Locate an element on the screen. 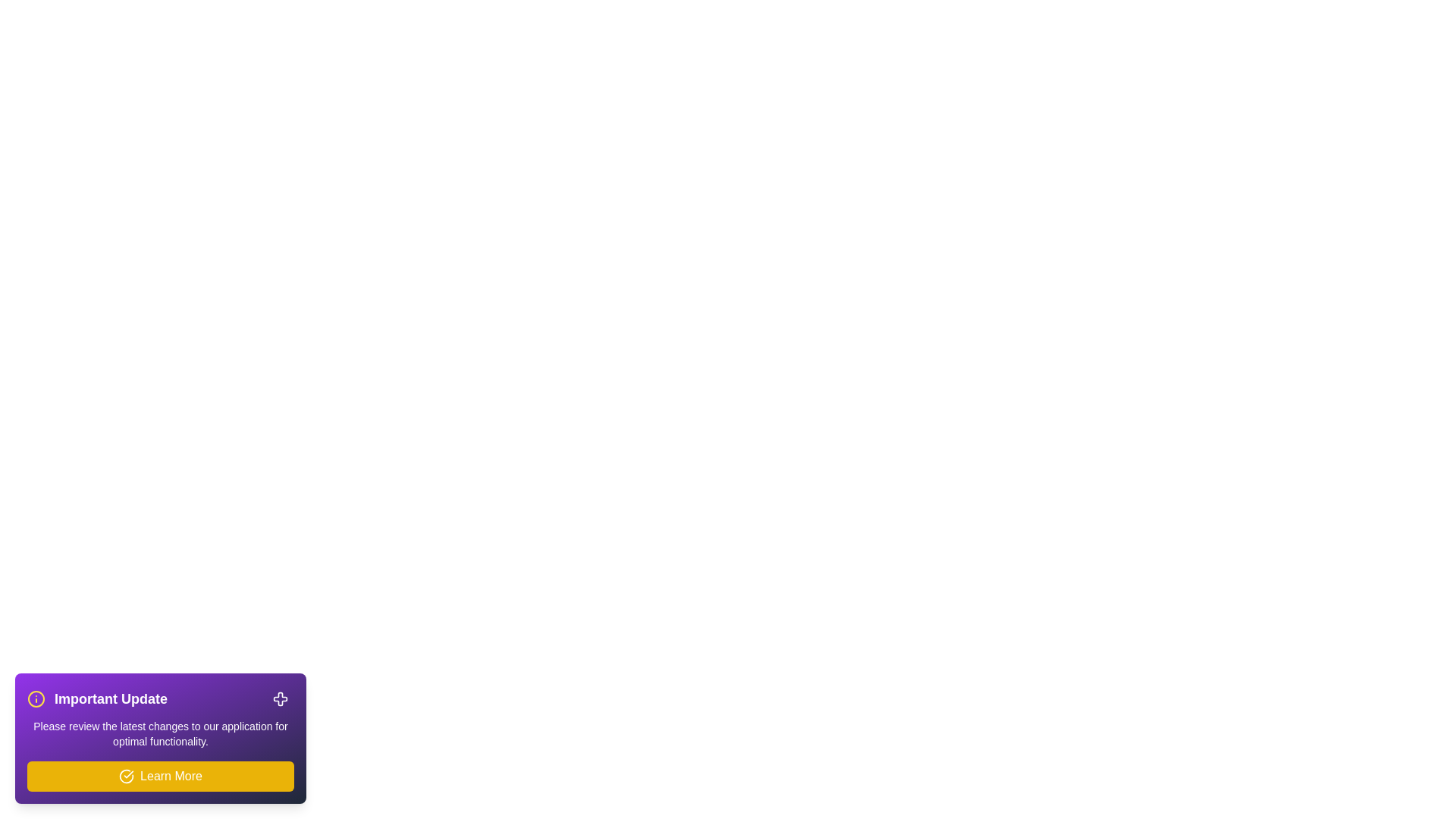 This screenshot has height=819, width=1456. the button Close to observe its hover effect is located at coordinates (280, 698).